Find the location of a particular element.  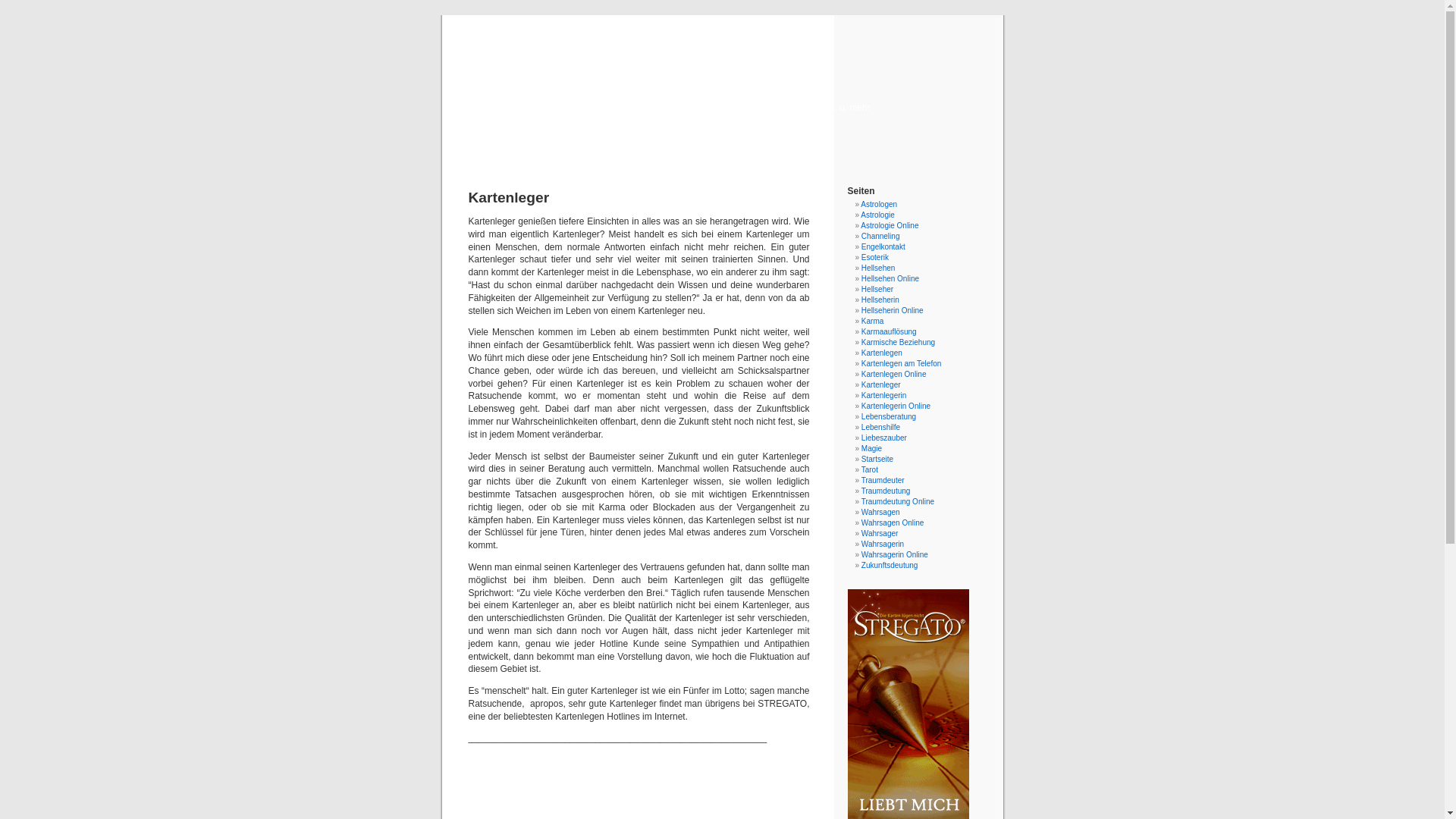

'Traumdeutung' is located at coordinates (886, 491).